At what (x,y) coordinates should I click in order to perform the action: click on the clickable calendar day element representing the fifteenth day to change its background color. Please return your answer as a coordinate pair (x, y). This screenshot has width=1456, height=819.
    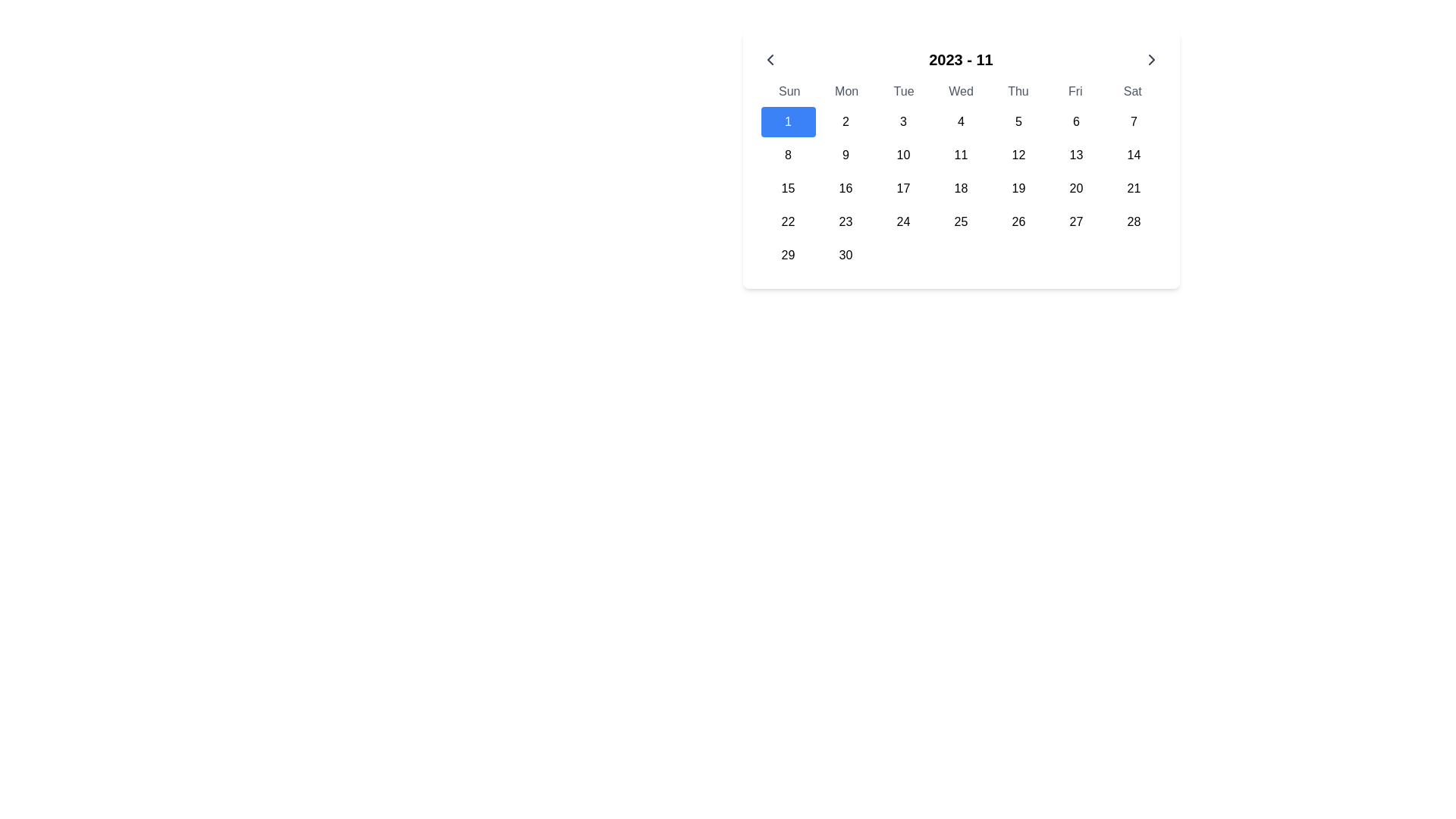
    Looking at the image, I should click on (788, 188).